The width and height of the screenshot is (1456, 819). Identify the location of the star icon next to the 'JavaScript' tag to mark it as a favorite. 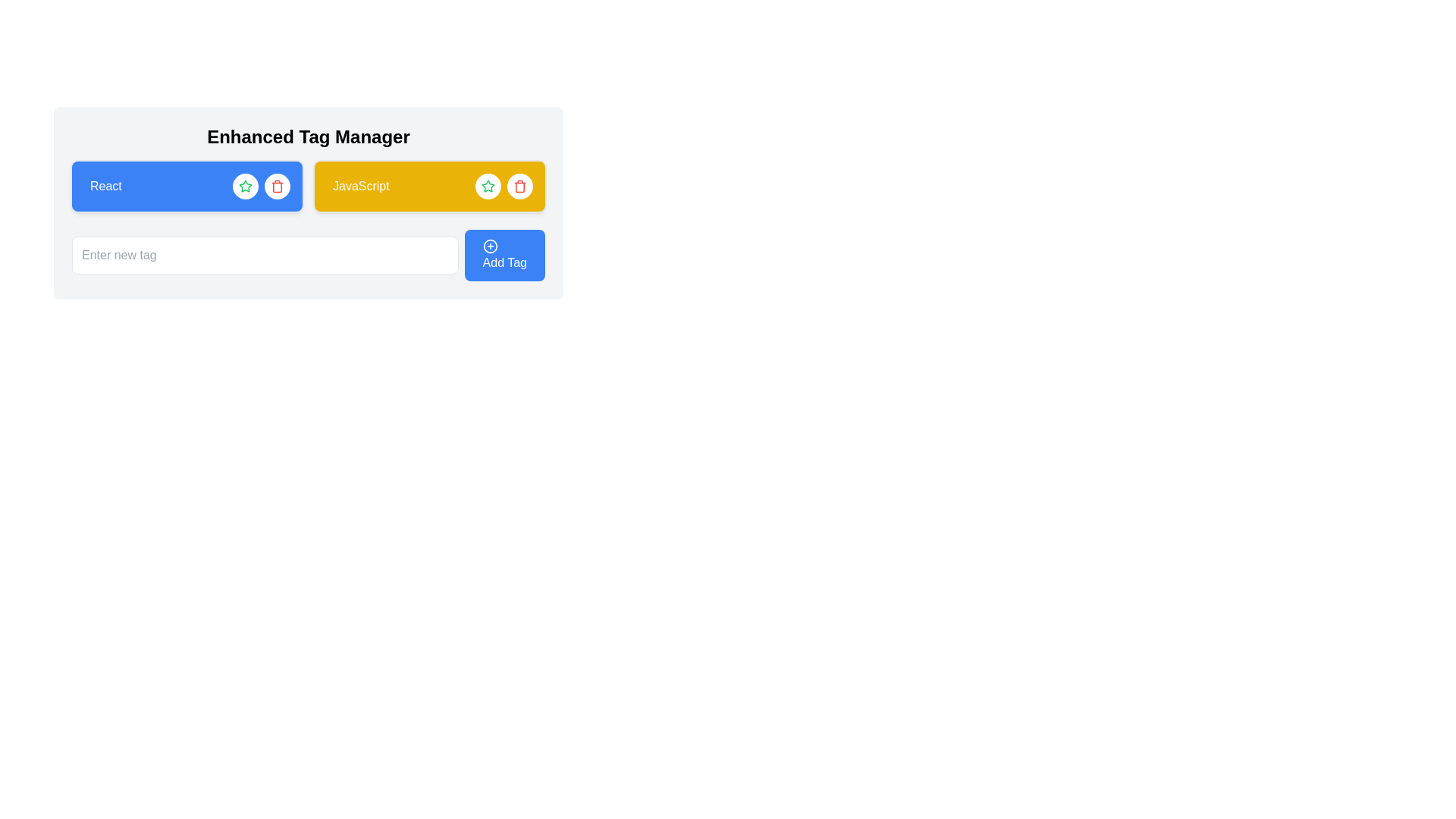
(244, 185).